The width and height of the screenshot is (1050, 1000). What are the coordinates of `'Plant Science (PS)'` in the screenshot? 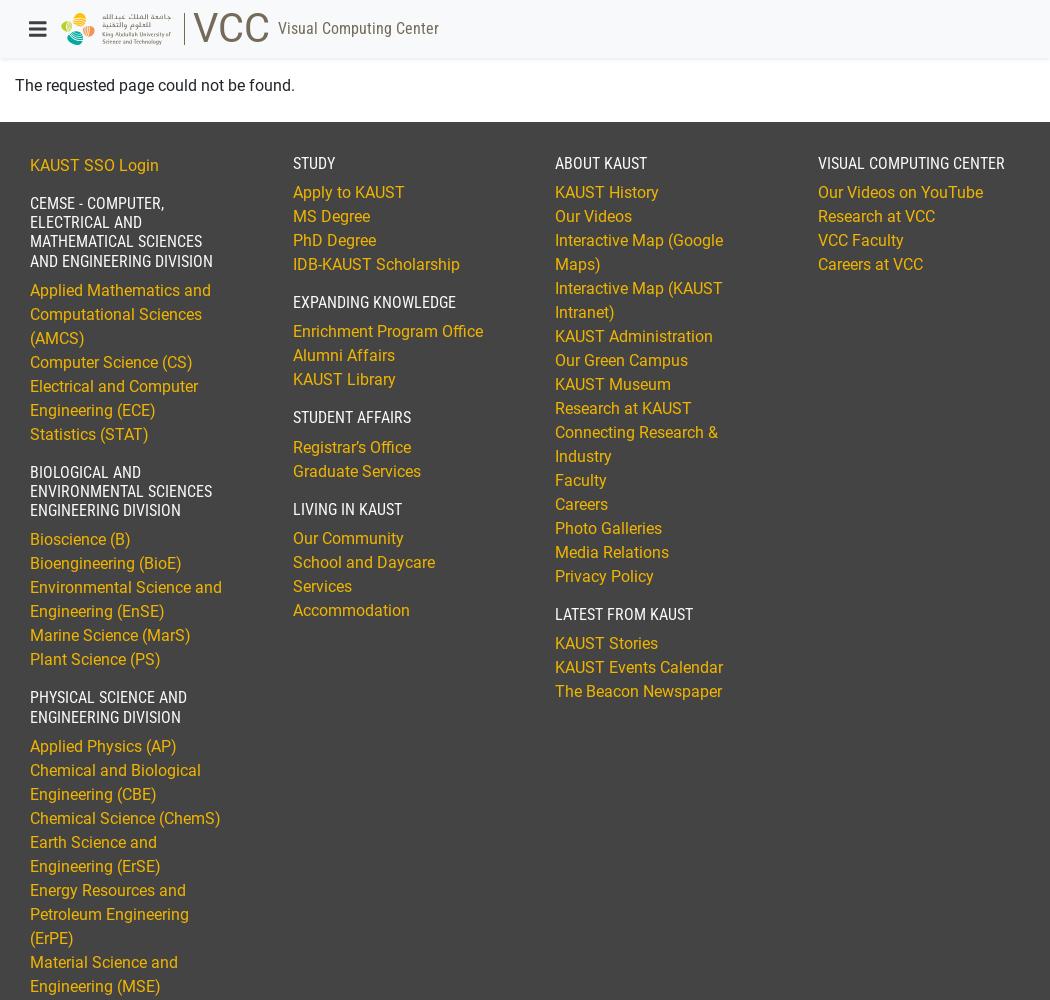 It's located at (30, 659).